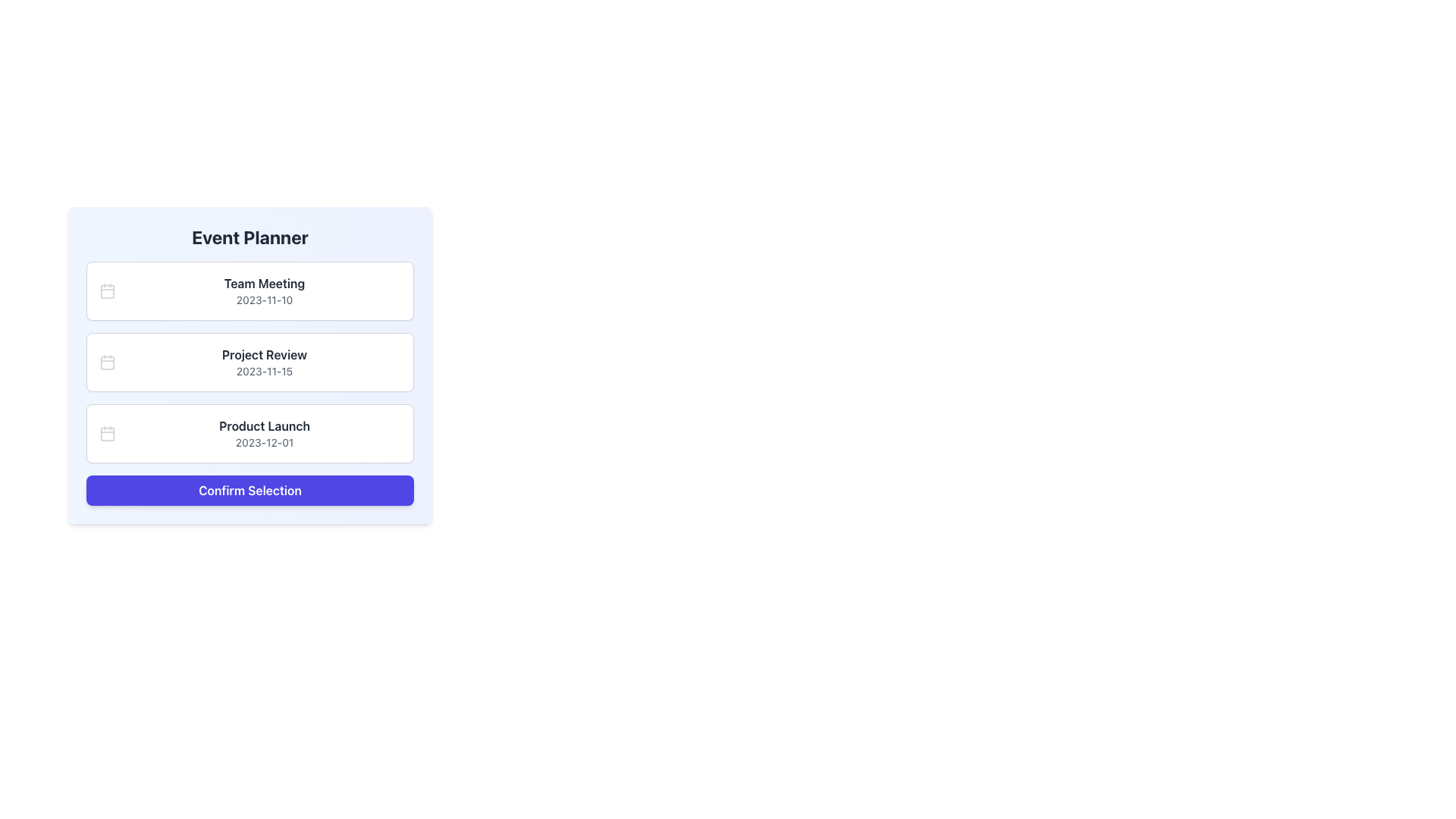 Image resolution: width=1456 pixels, height=819 pixels. I want to click on the text label that serves as the title for the event listing in the first item of the 'Event Planner' panel, which is located centrally above the date '2023-11-10', so click(265, 284).